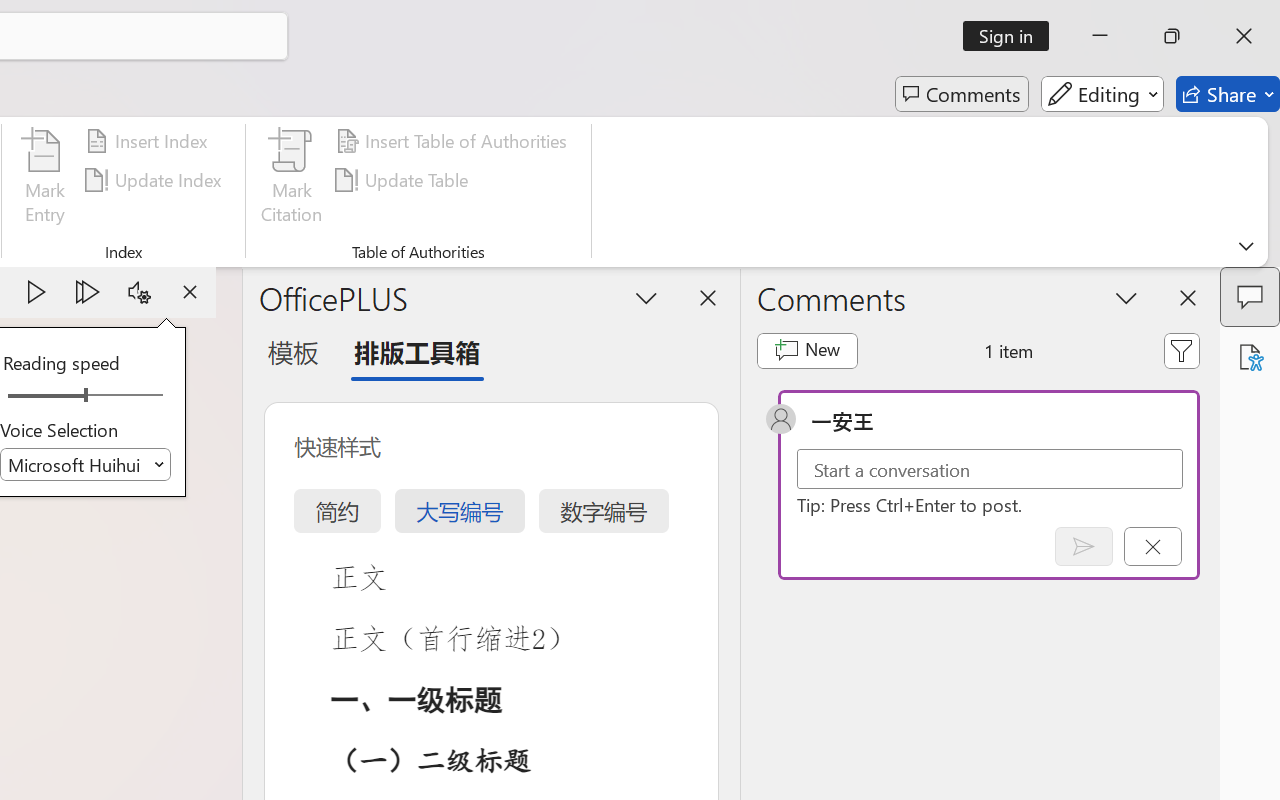 The height and width of the screenshot is (800, 1280). Describe the element at coordinates (138, 292) in the screenshot. I see `'Settings'` at that location.